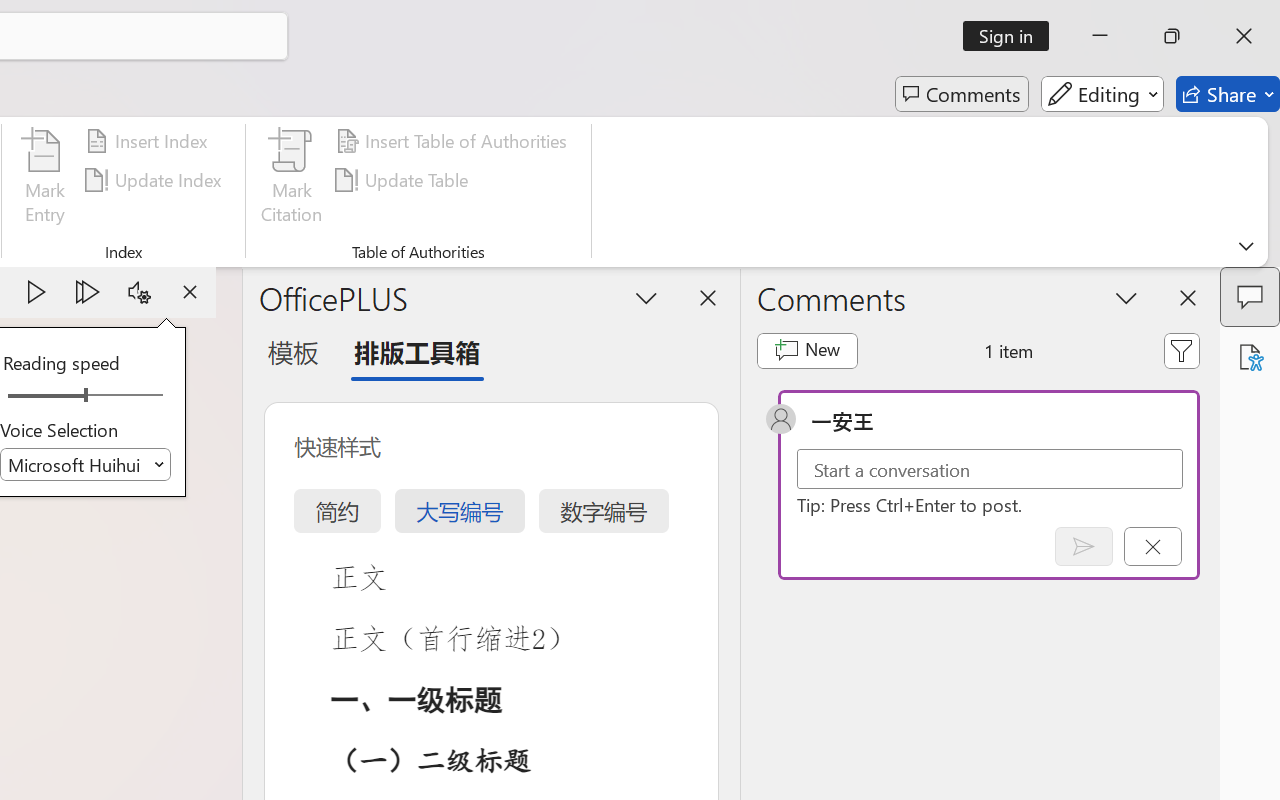 The height and width of the screenshot is (800, 1280). Describe the element at coordinates (138, 292) in the screenshot. I see `'Settings'` at that location.